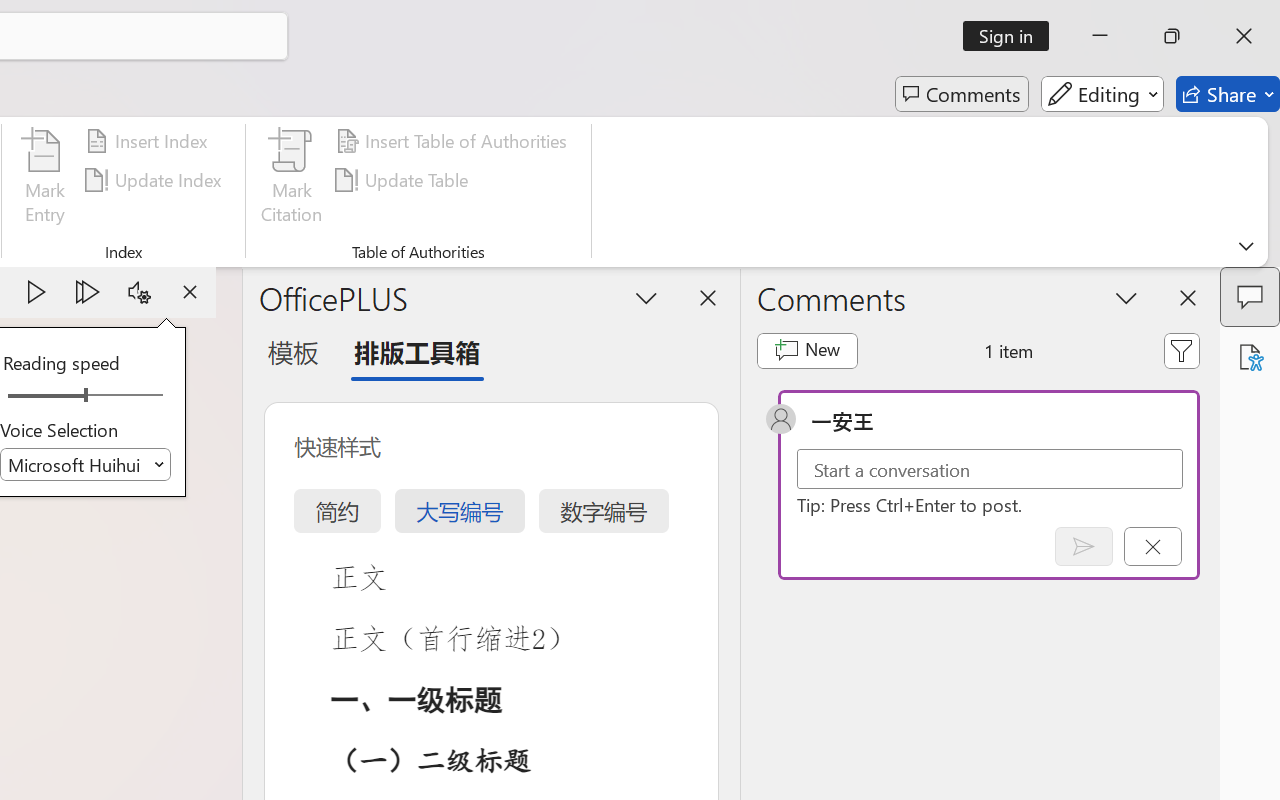 The height and width of the screenshot is (800, 1280). Describe the element at coordinates (138, 292) in the screenshot. I see `'Settings'` at that location.